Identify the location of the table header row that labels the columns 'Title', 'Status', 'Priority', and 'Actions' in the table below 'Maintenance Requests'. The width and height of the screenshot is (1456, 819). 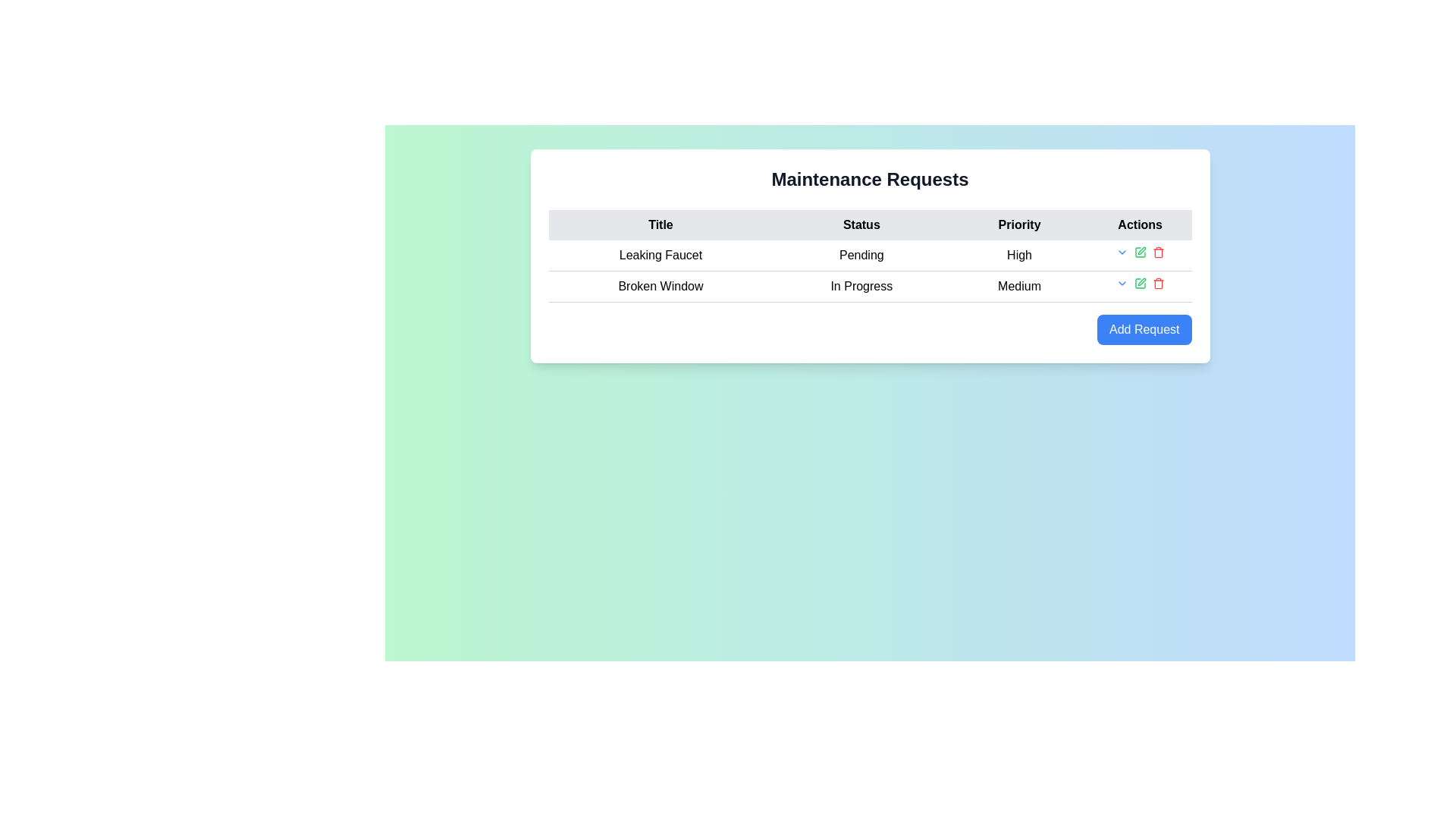
(870, 225).